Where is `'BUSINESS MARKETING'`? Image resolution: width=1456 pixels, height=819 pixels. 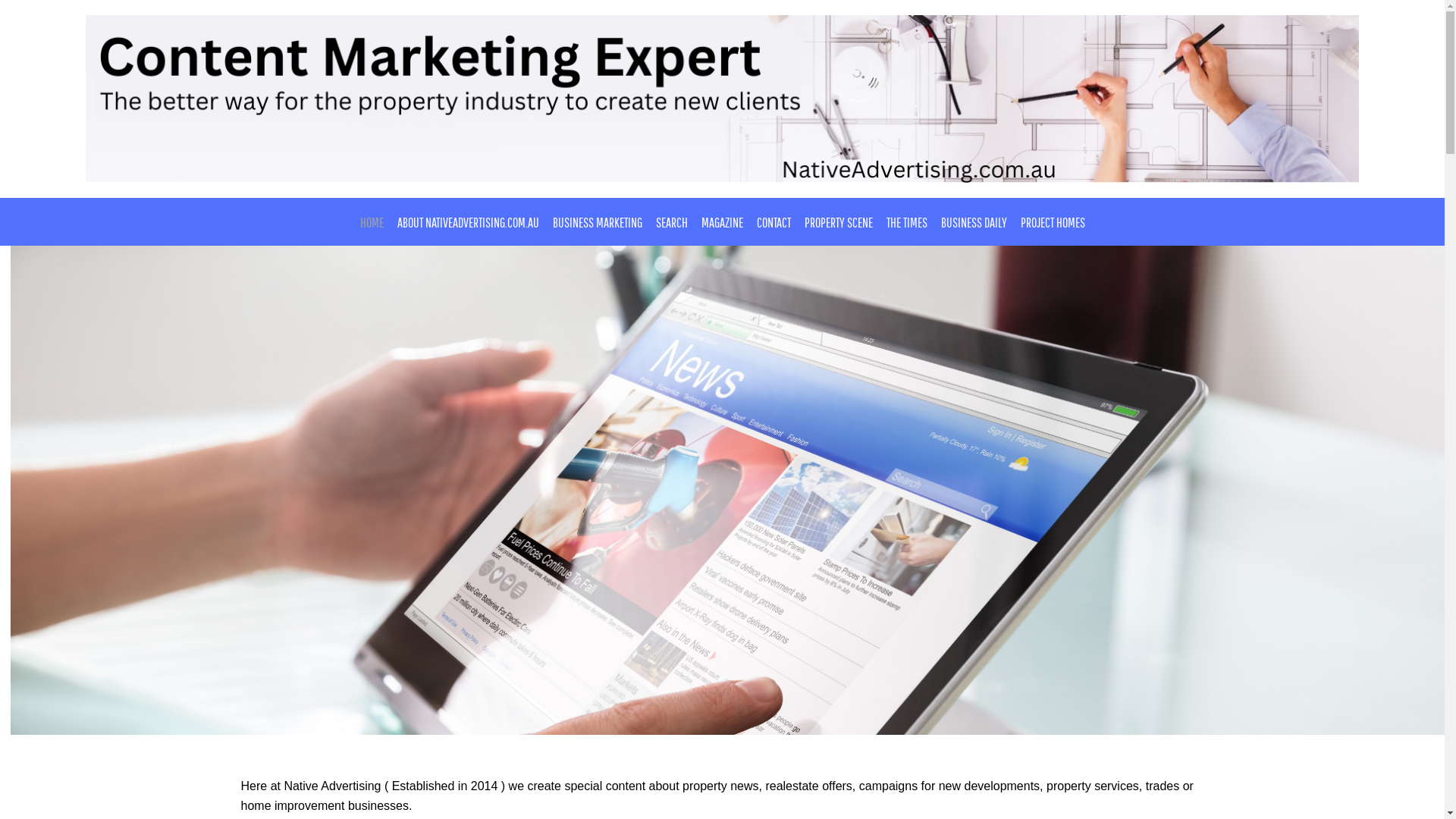
'BUSINESS MARKETING' is located at coordinates (596, 222).